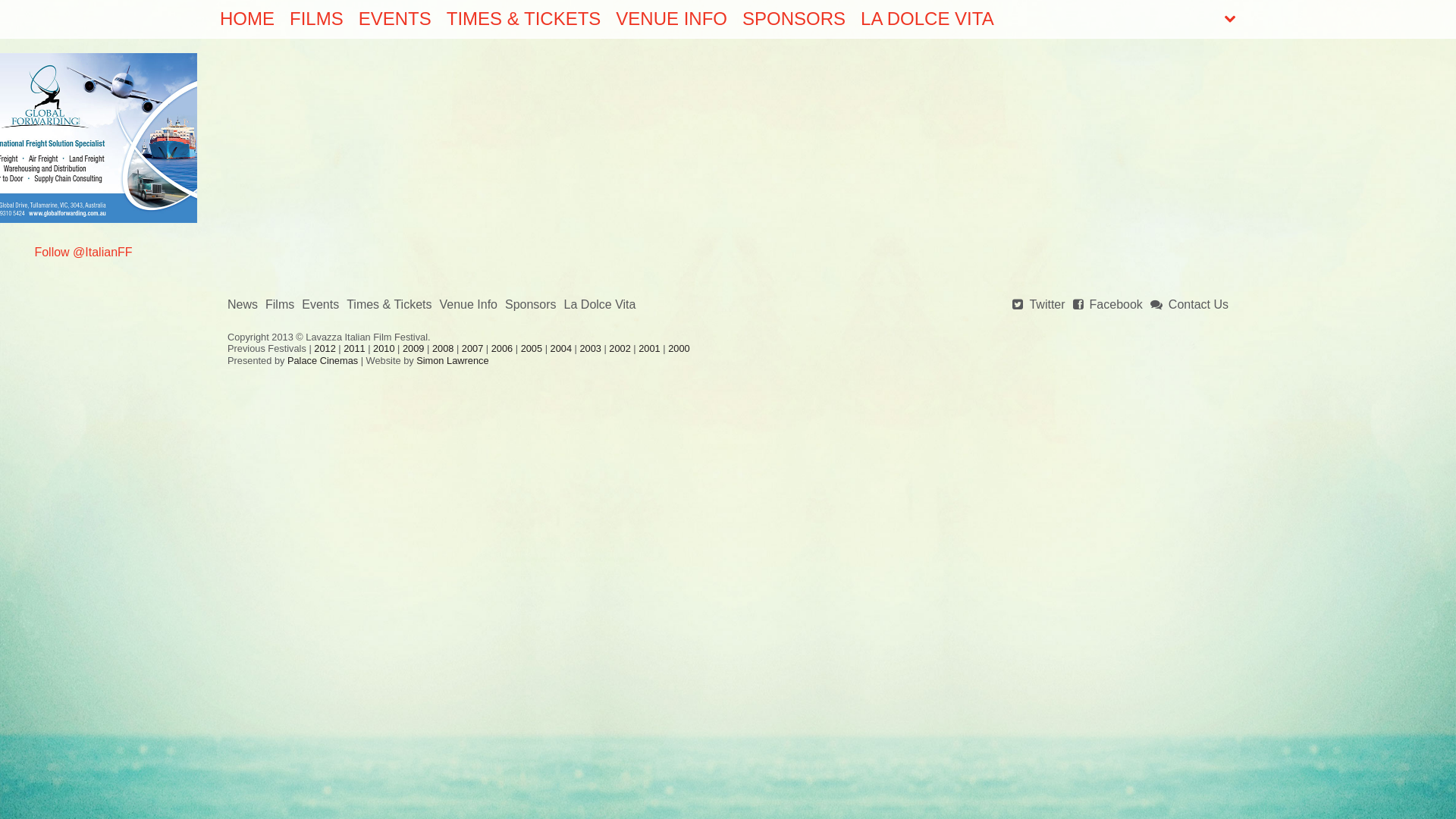 This screenshot has width=1456, height=819. Describe the element at coordinates (319, 305) in the screenshot. I see `'Events'` at that location.